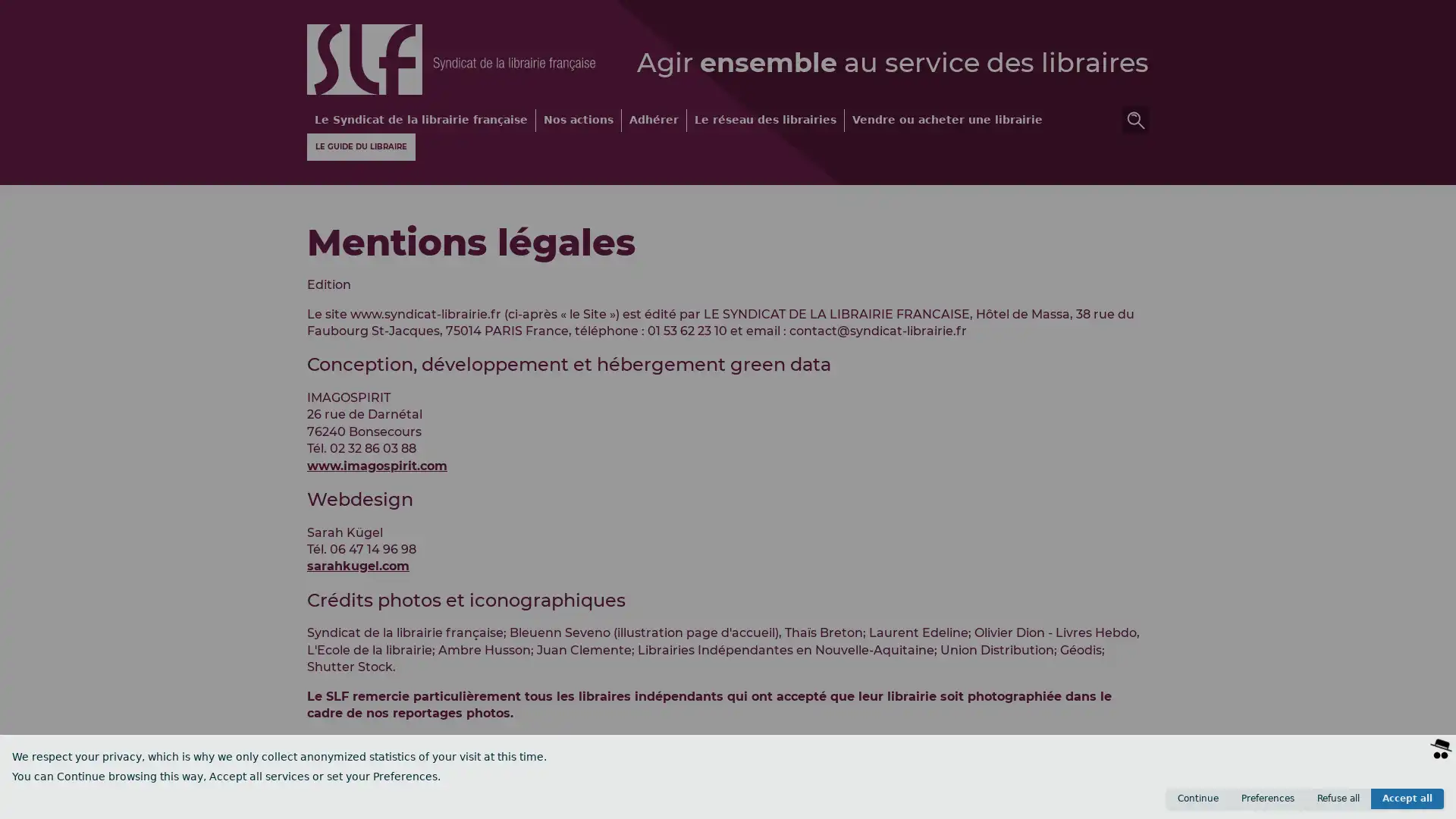 The image size is (1456, 819). I want to click on Preferences, so click(1267, 798).